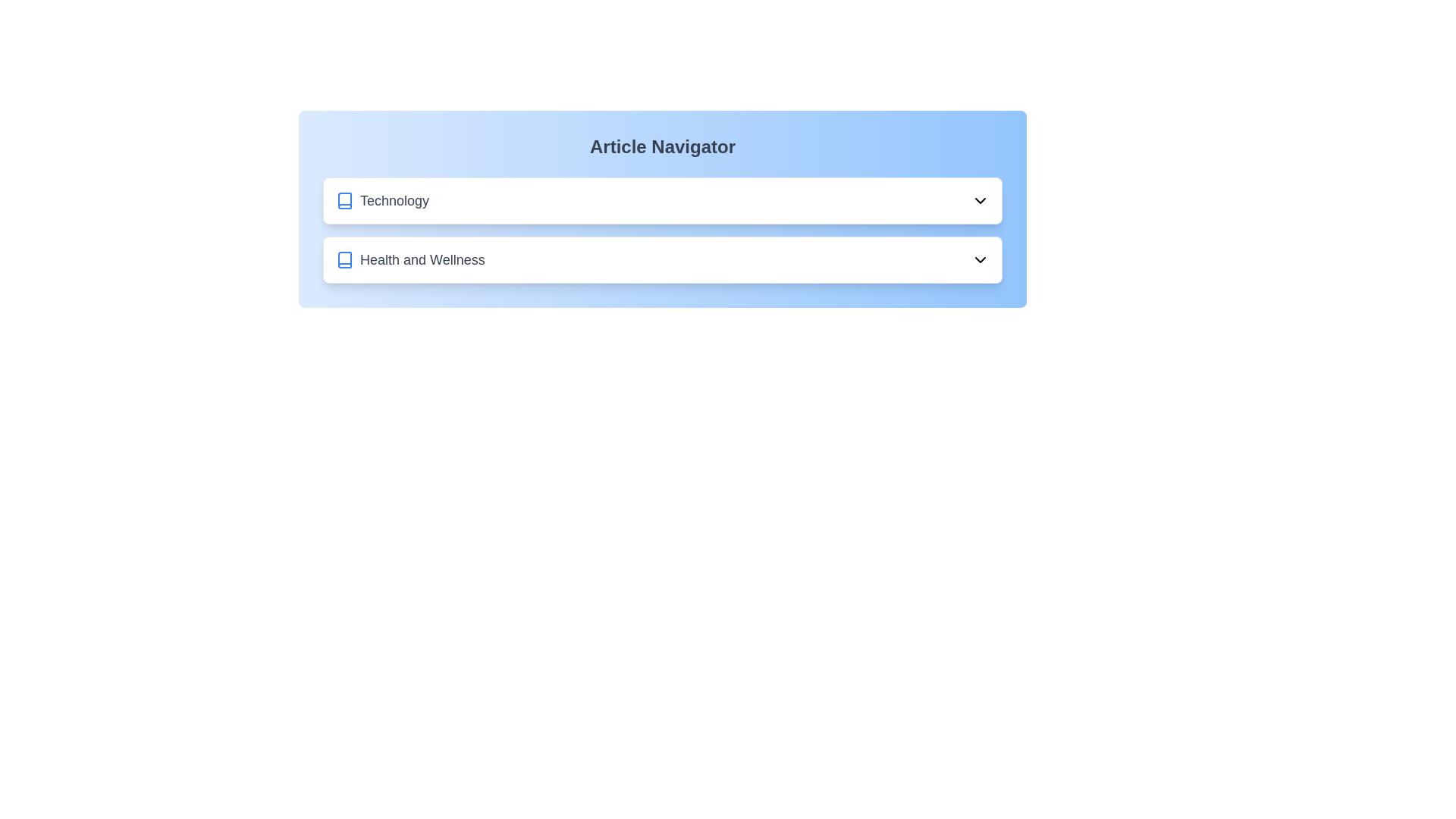  I want to click on the book icon located in the upper selection box beside the 'Technology' text label, which is the first item under 'Article Navigator', so click(344, 200).